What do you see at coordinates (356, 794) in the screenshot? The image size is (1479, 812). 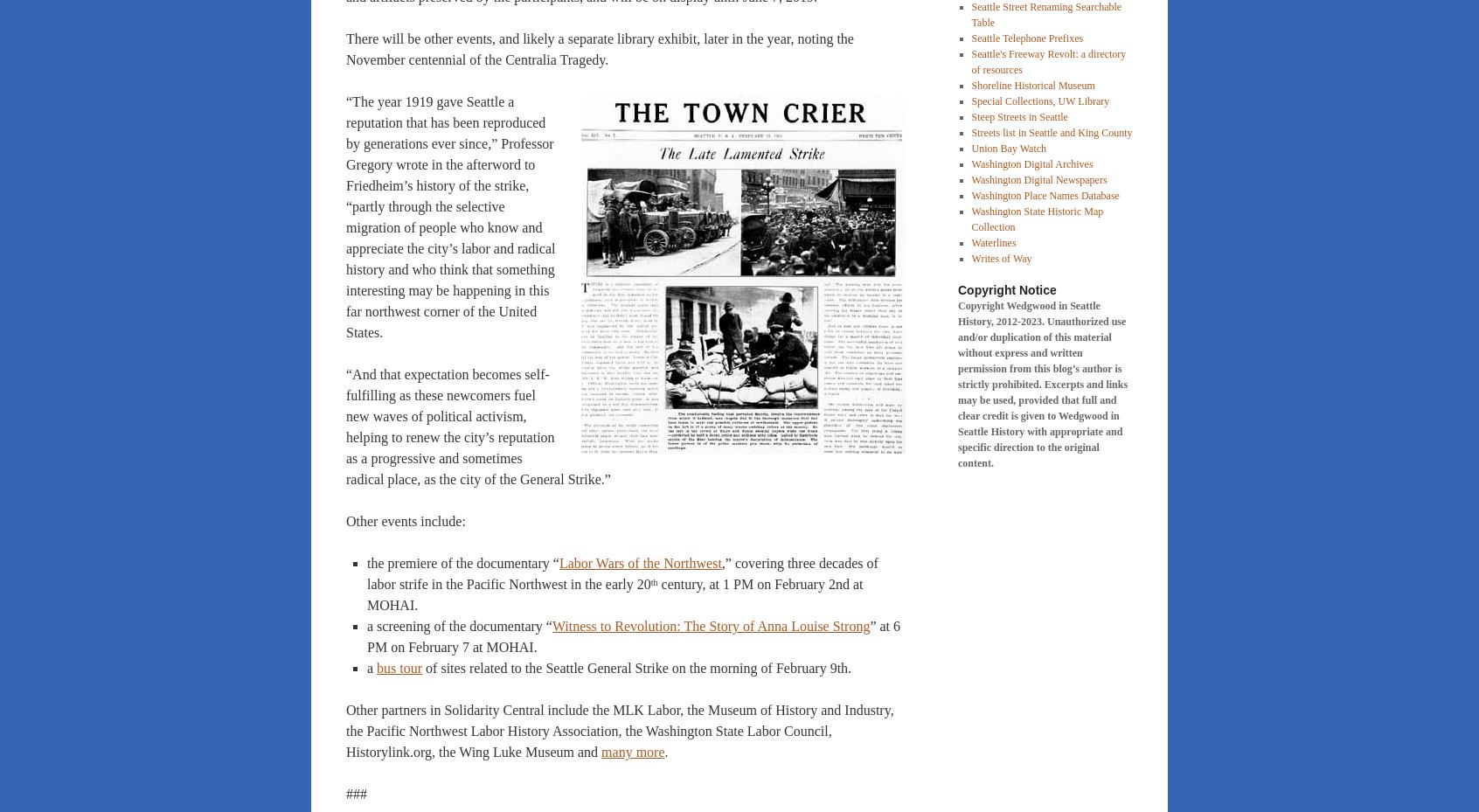 I see `'###'` at bounding box center [356, 794].